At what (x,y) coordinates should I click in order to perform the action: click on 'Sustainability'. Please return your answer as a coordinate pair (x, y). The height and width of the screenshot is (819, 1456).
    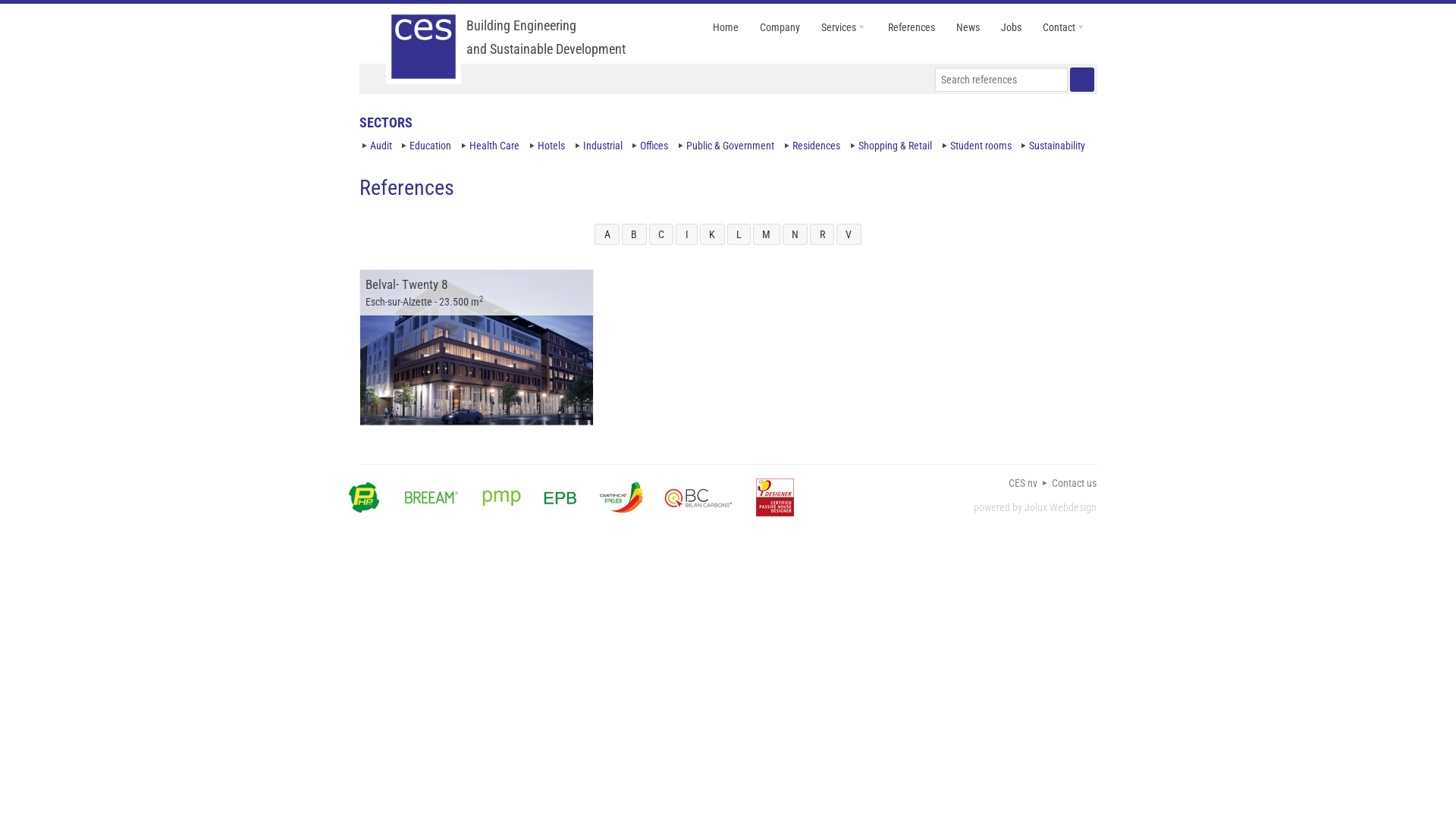
    Looking at the image, I should click on (1056, 146).